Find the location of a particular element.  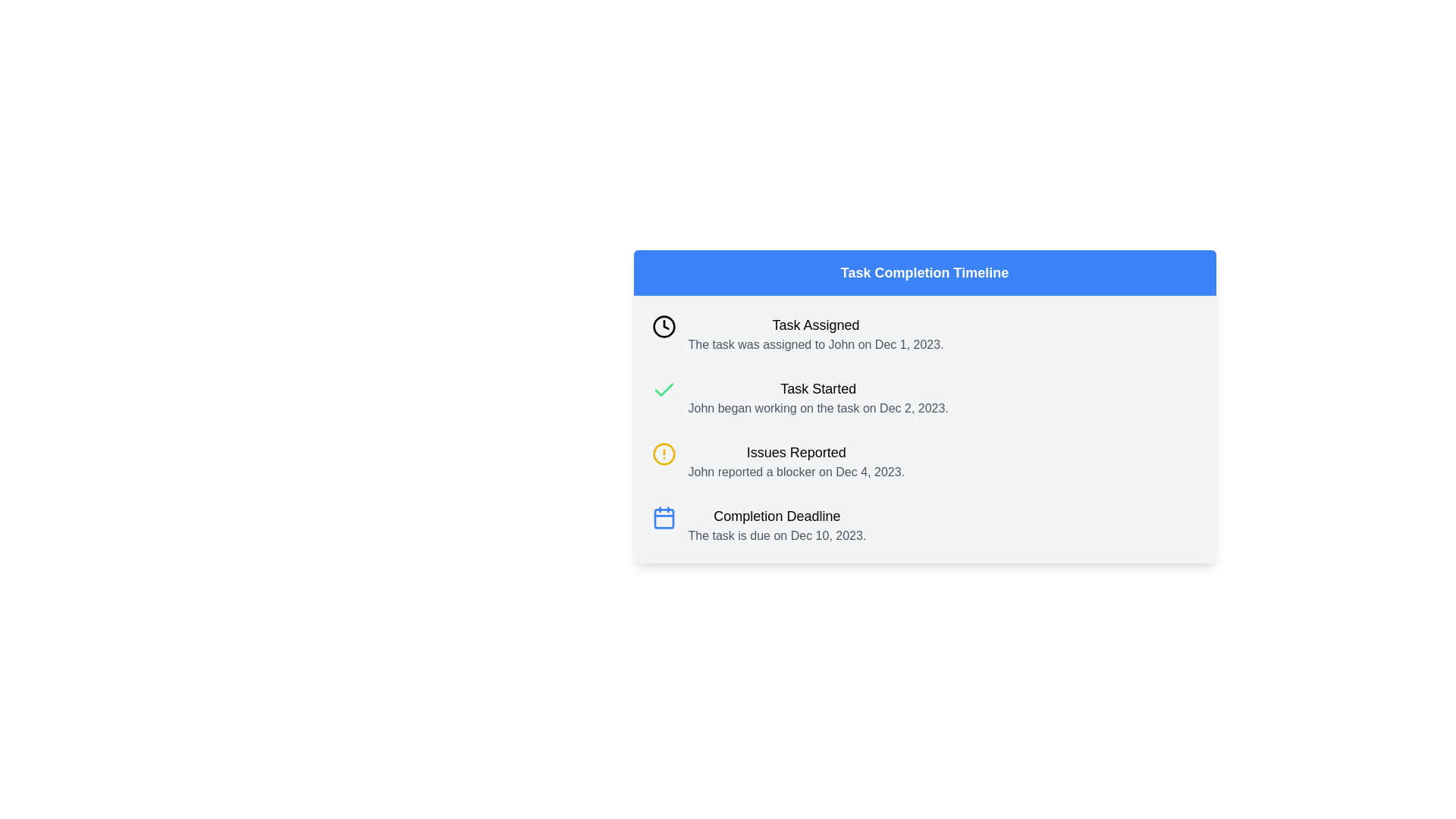

the SVG Circle representing the base of the clock icon for the 'Task Assigned' milestone, located left of the text indicating assignment details is located at coordinates (664, 326).